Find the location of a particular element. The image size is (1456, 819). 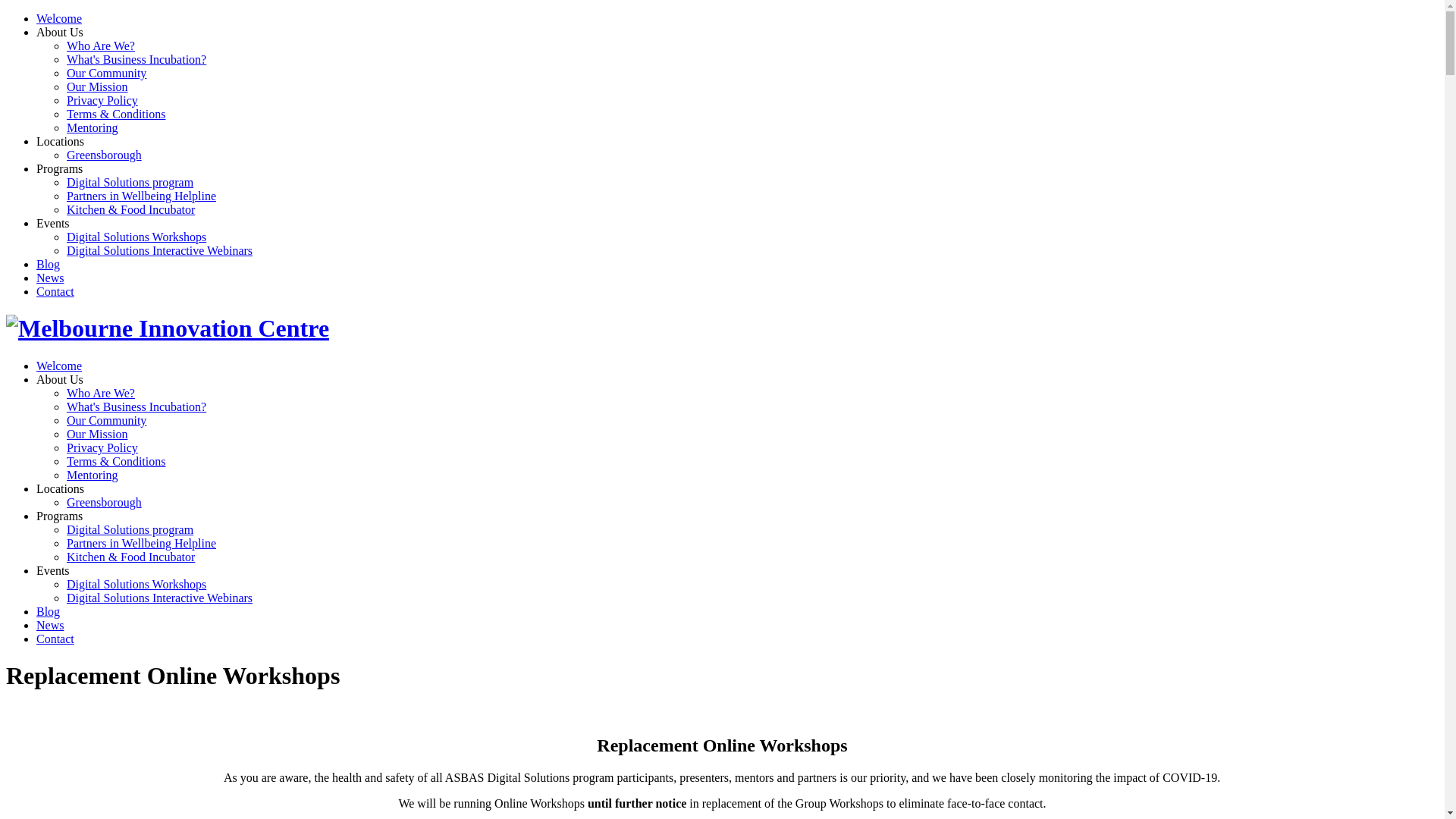

'Digital Solutions Interactive Webinars' is located at coordinates (159, 249).